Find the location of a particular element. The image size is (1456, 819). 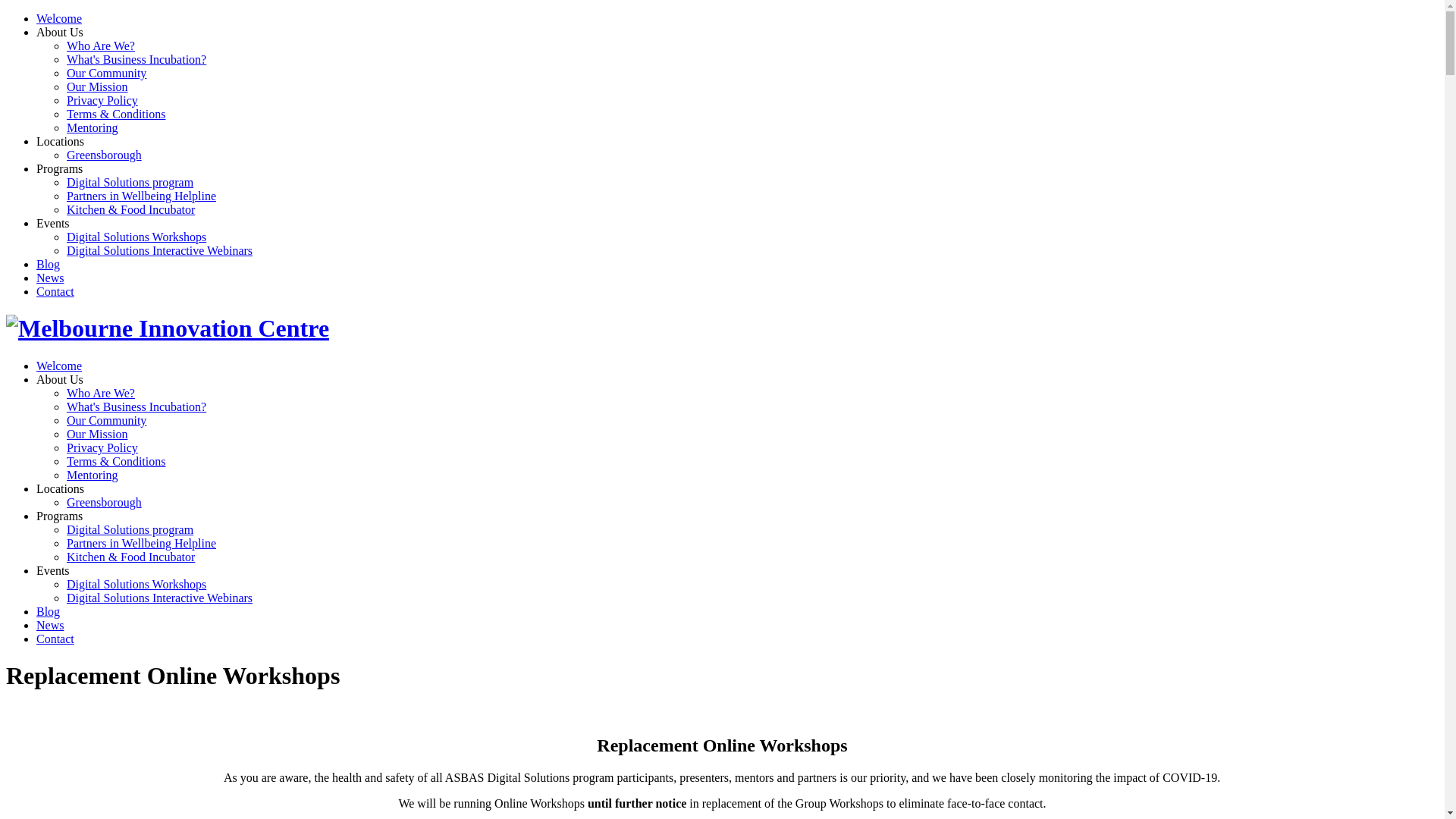

'Digital Solutions Interactive Webinars' is located at coordinates (159, 249).